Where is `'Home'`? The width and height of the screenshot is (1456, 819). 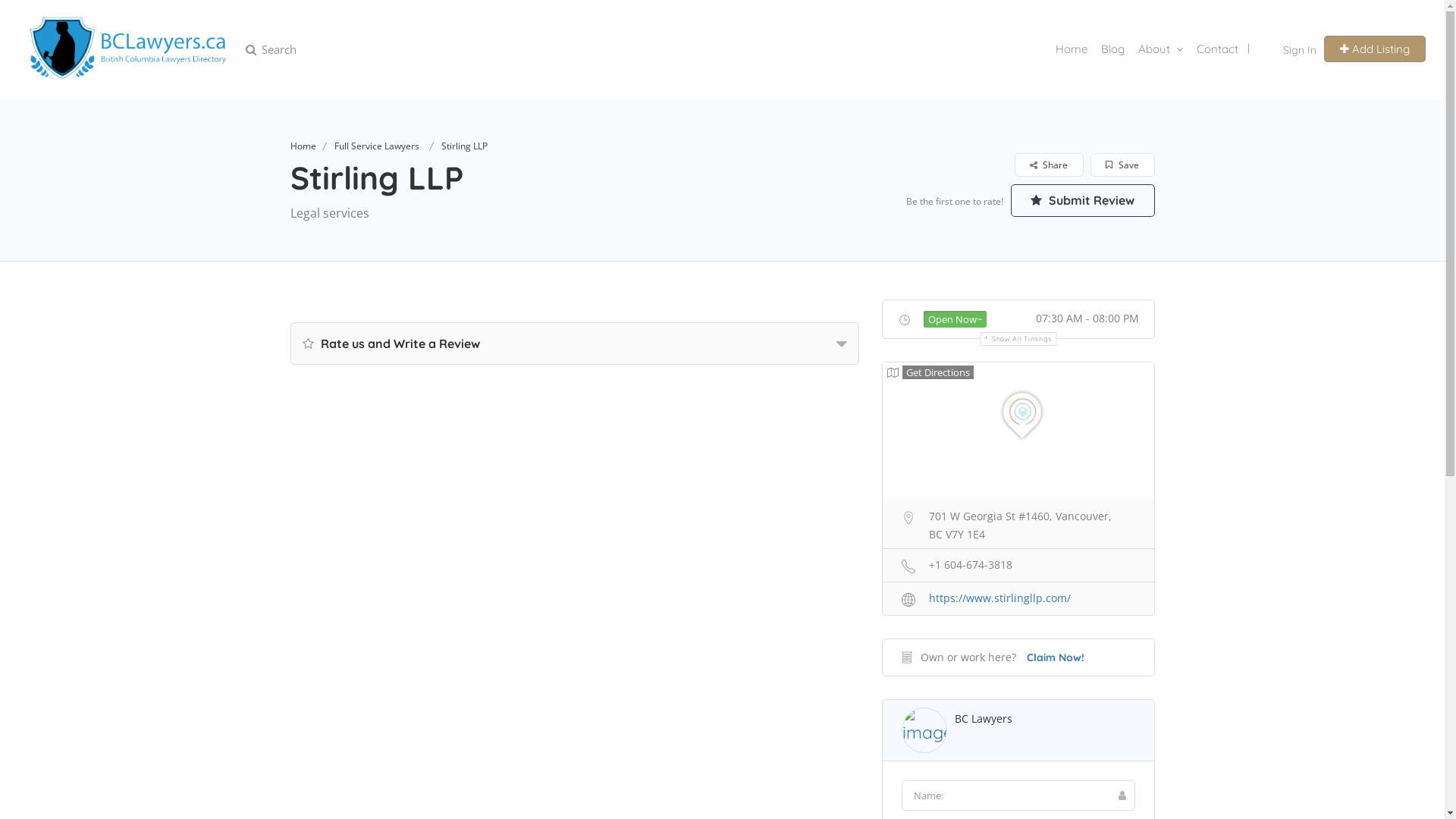 'Home' is located at coordinates (1070, 47).